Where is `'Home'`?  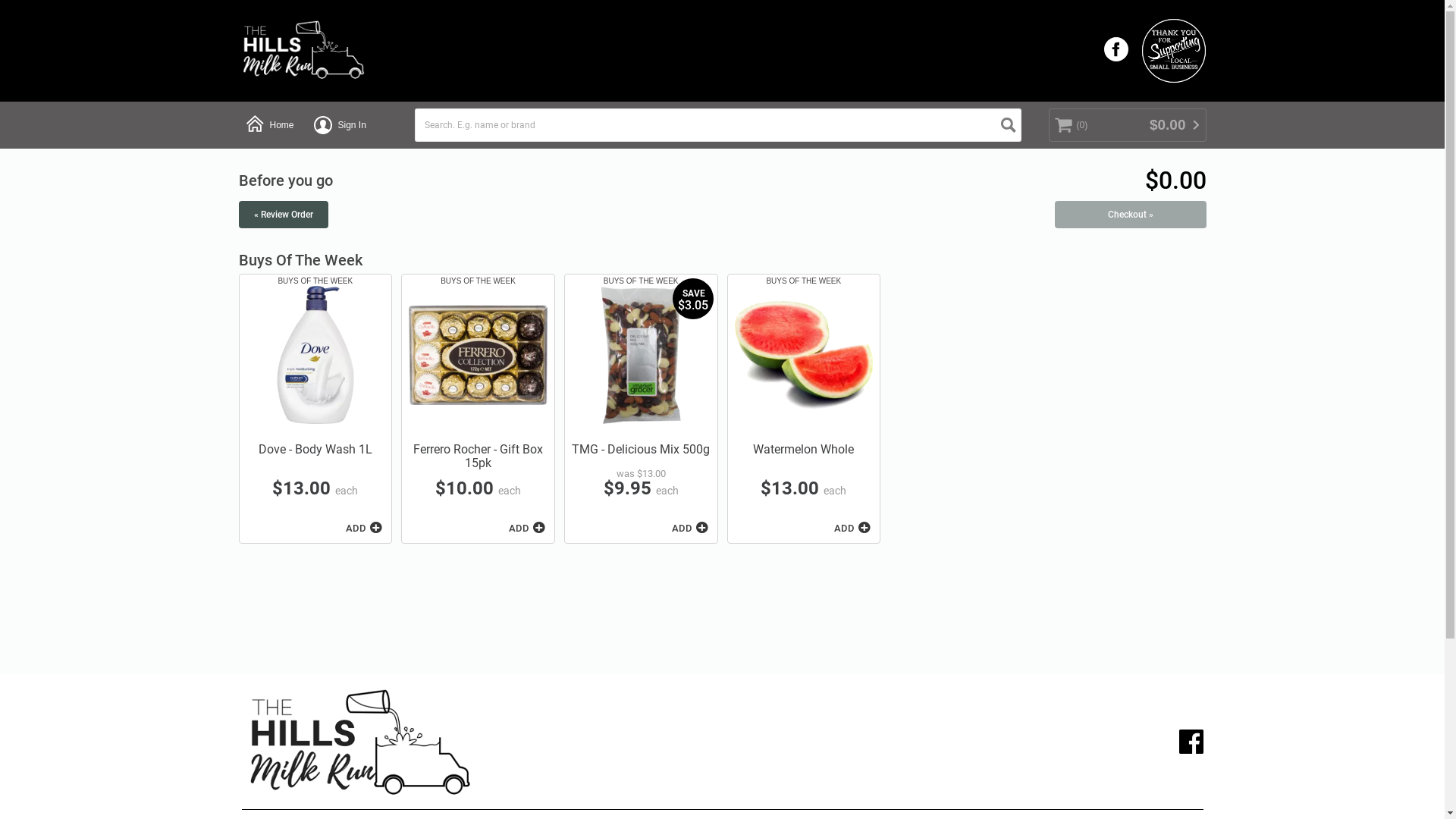
'Home' is located at coordinates (269, 124).